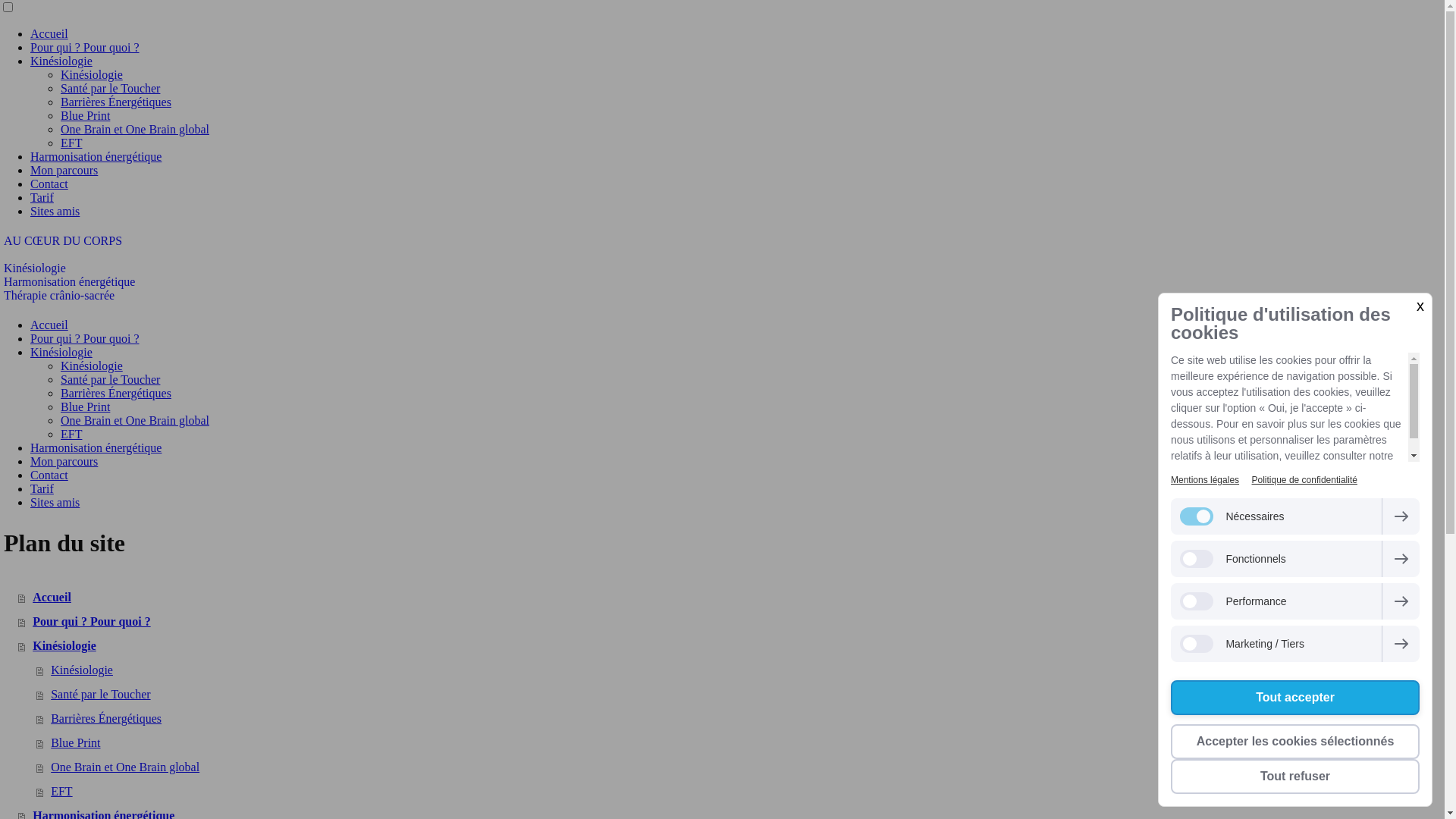  Describe the element at coordinates (49, 474) in the screenshot. I see `'Contact'` at that location.